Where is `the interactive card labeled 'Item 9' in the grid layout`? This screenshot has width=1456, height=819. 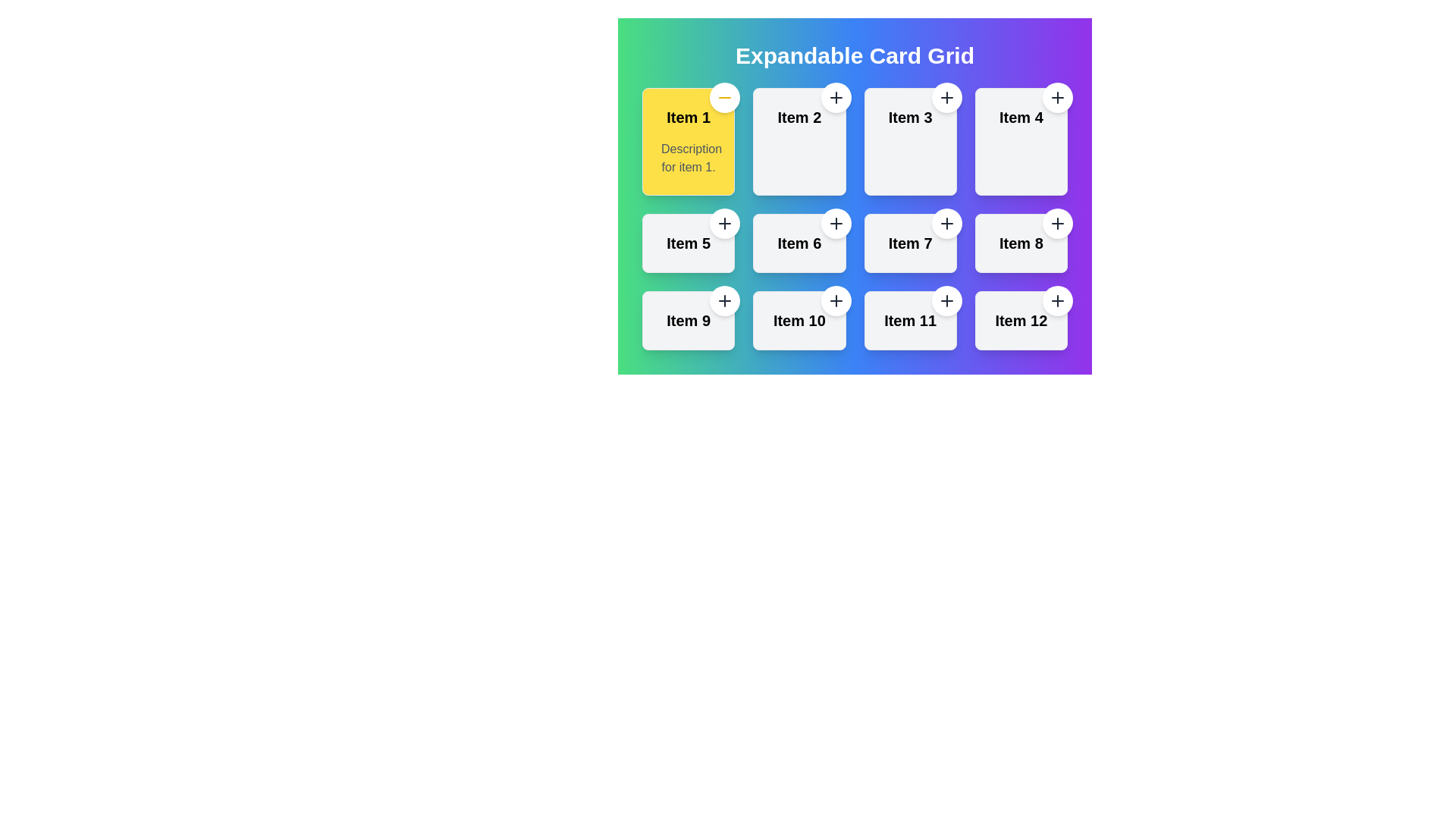 the interactive card labeled 'Item 9' in the grid layout is located at coordinates (688, 320).